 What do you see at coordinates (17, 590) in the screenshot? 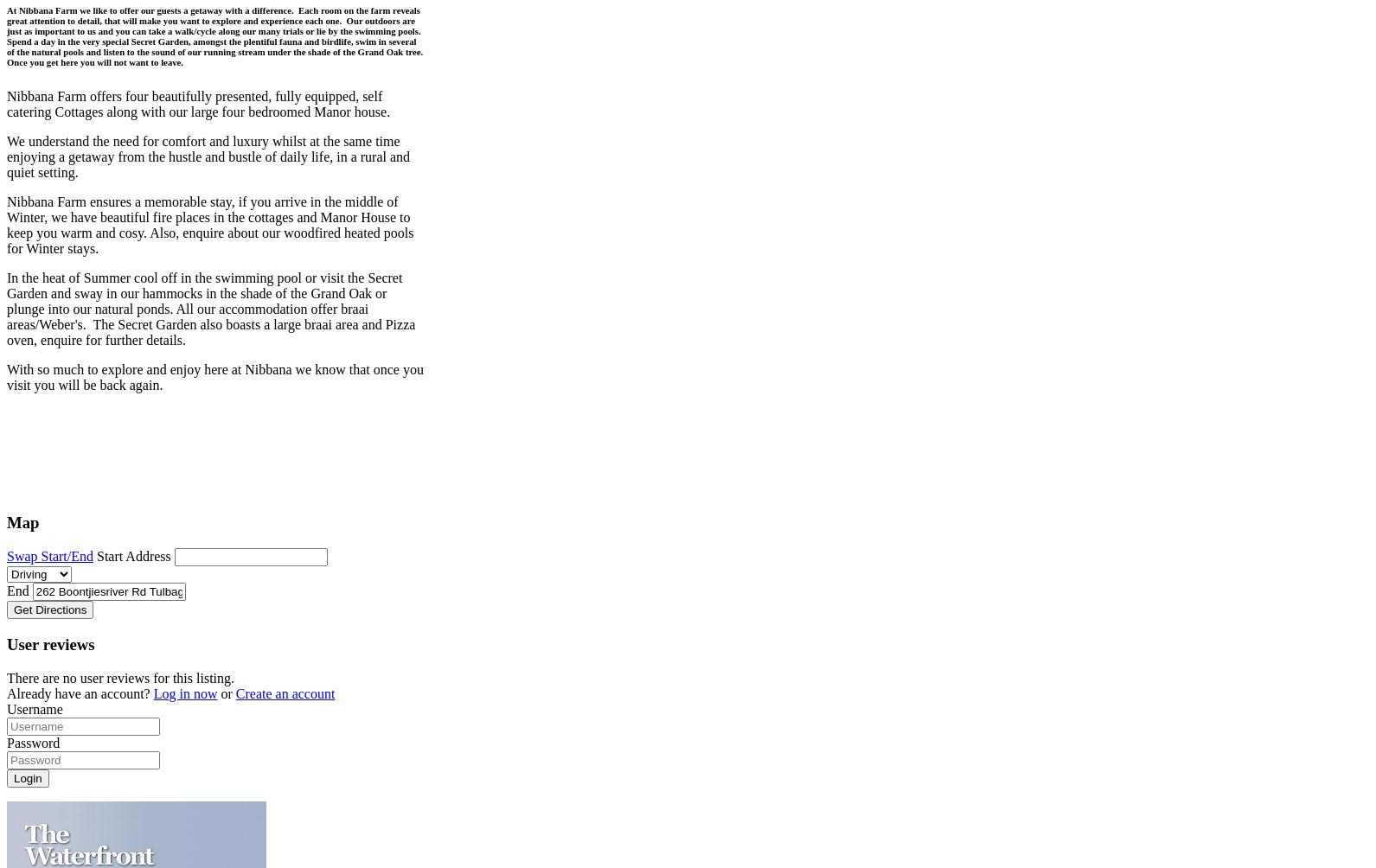
I see `'End'` at bounding box center [17, 590].